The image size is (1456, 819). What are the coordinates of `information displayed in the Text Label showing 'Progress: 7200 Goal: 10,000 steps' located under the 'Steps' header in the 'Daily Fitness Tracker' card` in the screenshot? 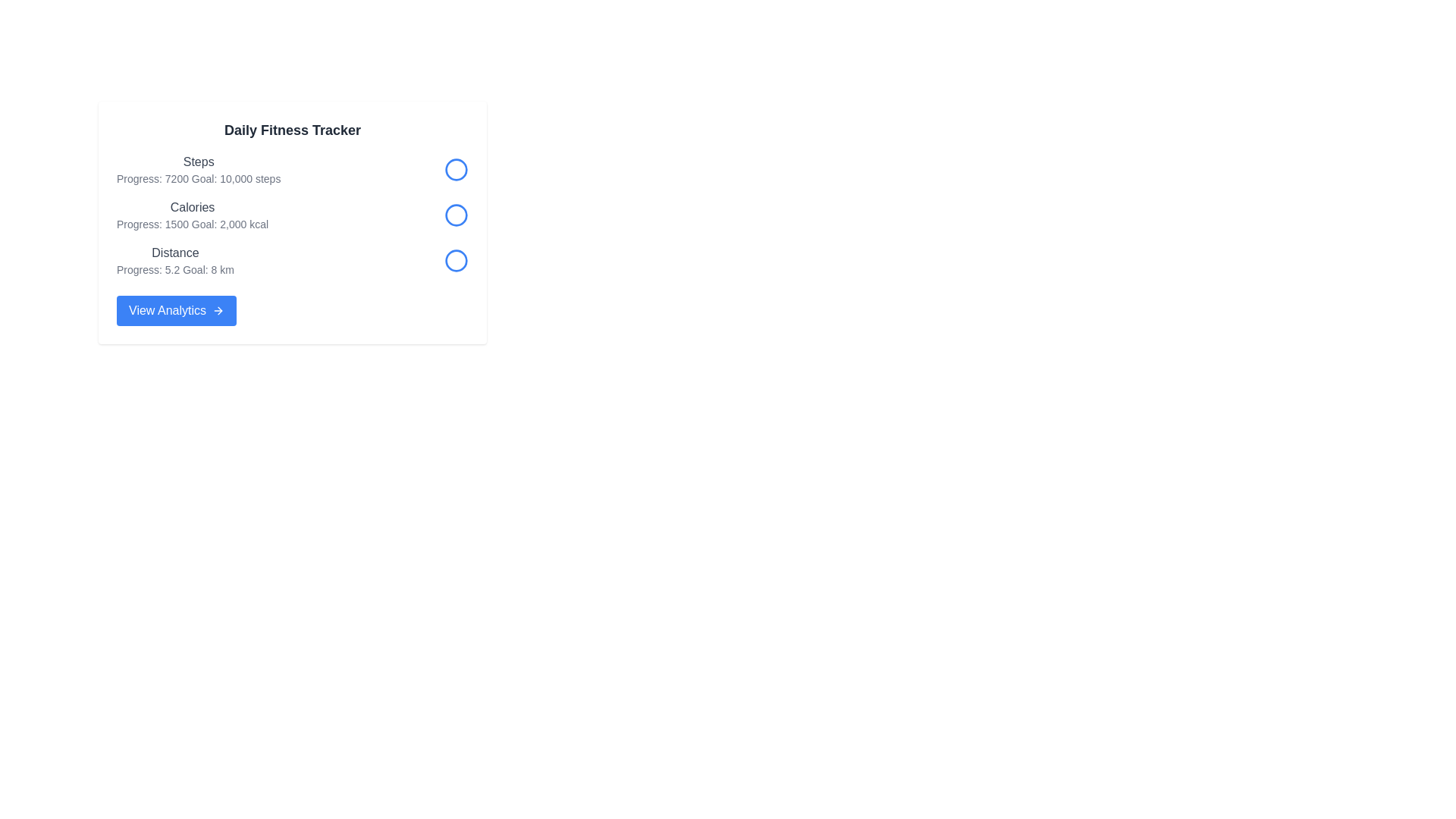 It's located at (198, 177).